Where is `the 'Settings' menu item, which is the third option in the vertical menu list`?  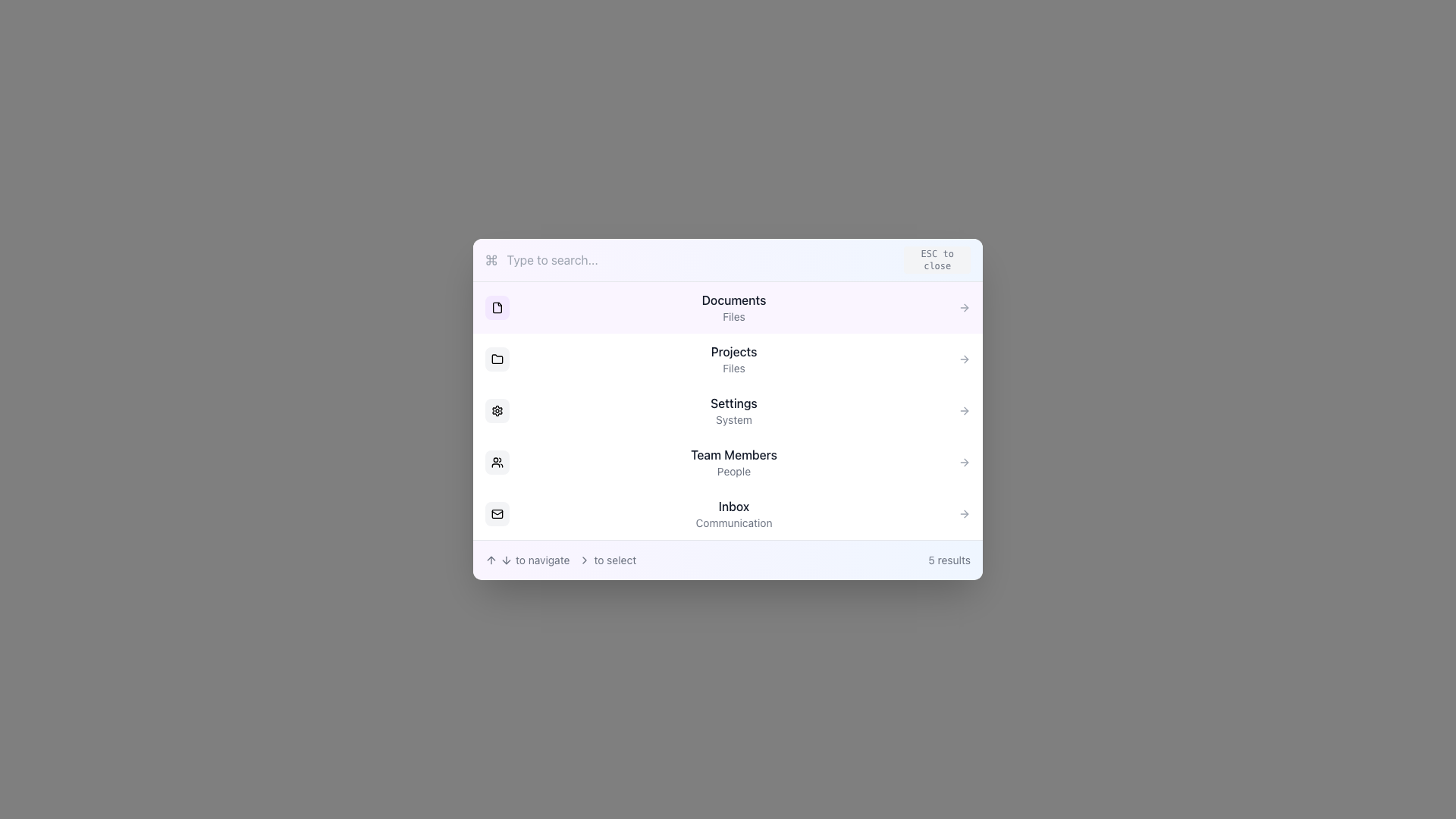
the 'Settings' menu item, which is the third option in the vertical menu list is located at coordinates (734, 411).